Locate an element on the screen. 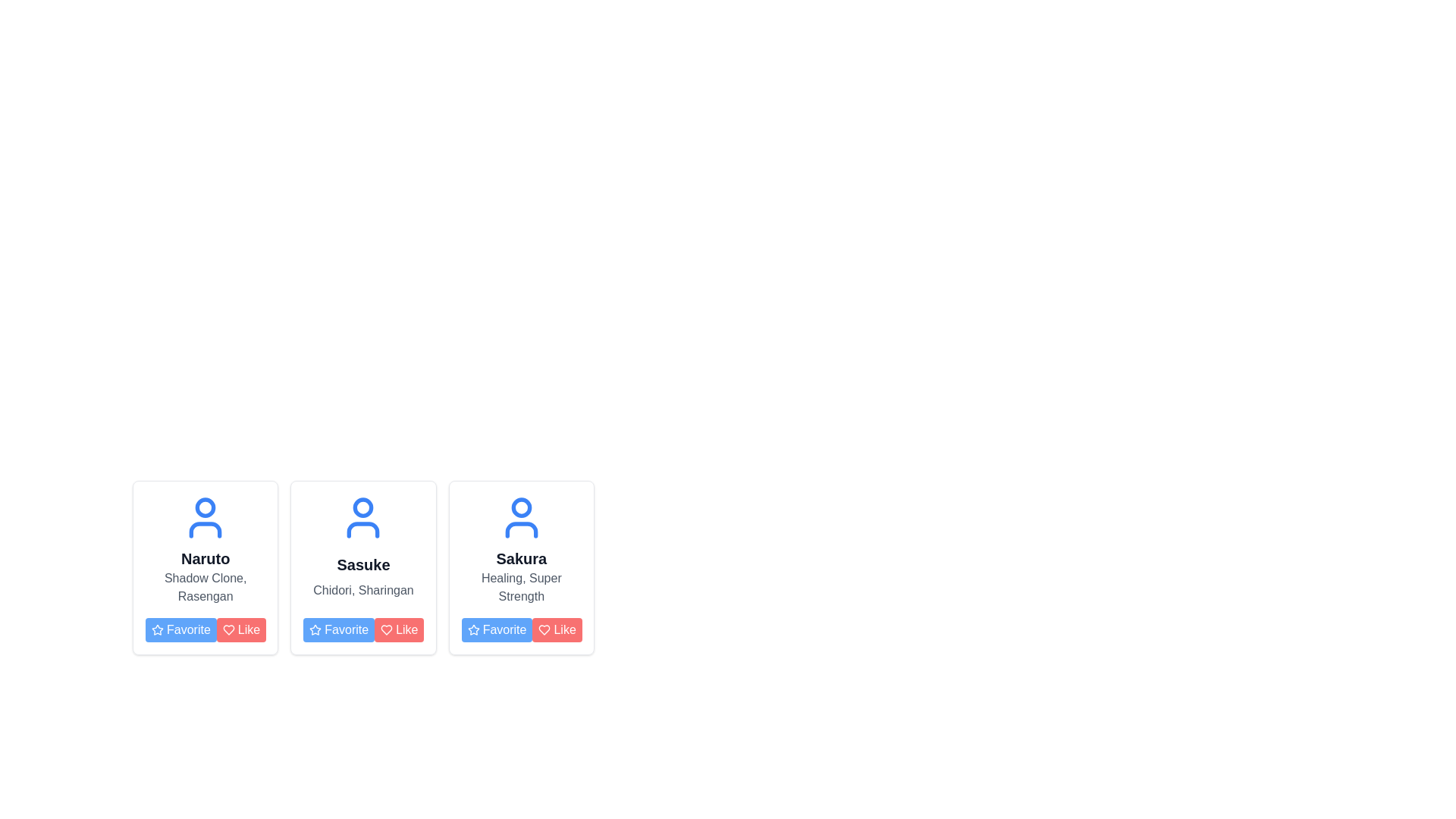 Image resolution: width=1456 pixels, height=819 pixels. descriptive text label related to the character 'Naruto', which is positioned beneath the title 'Naruto' and above the buttons 'Favorite' and 'Like' is located at coordinates (205, 587).